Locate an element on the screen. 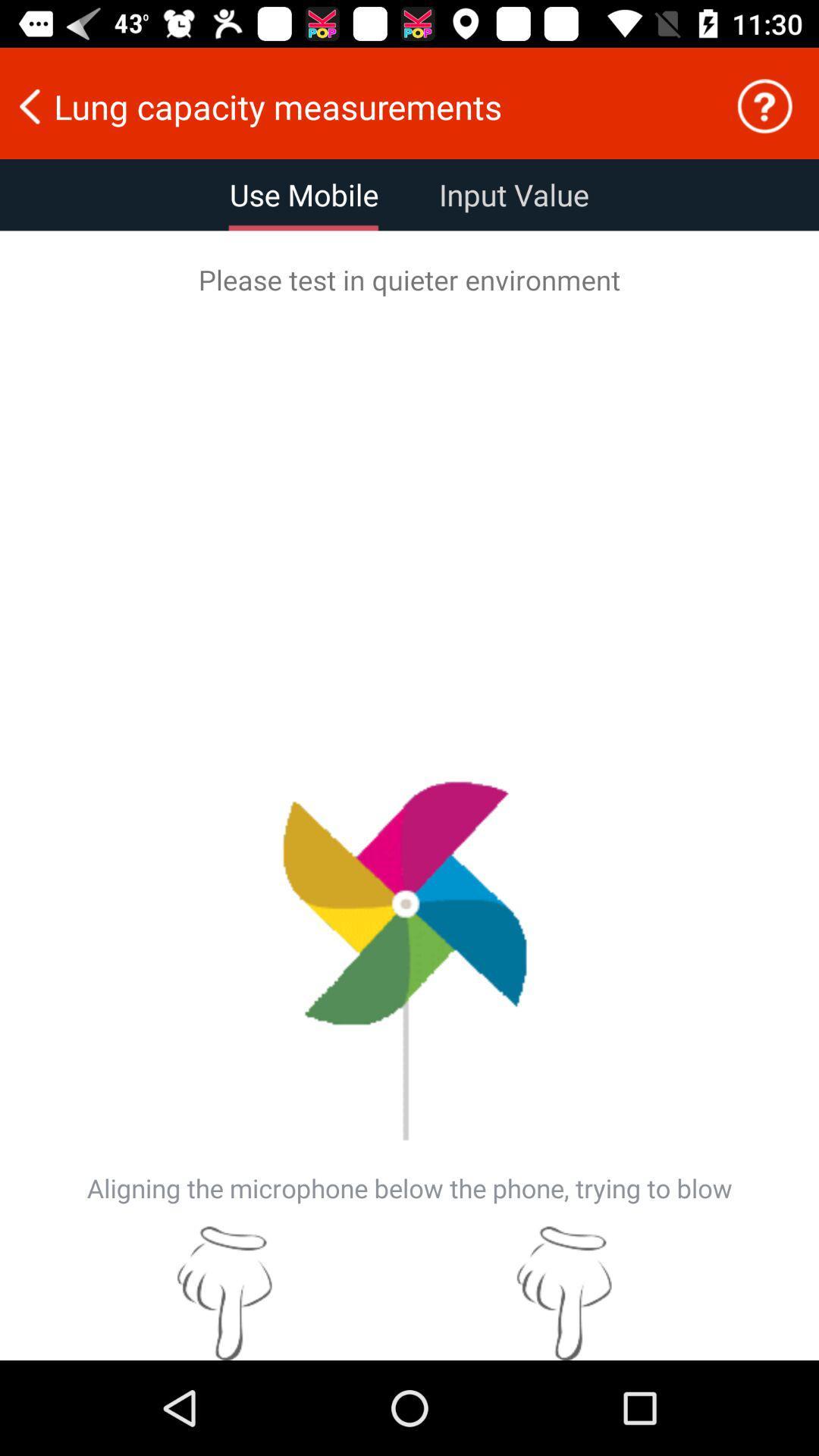 This screenshot has width=819, height=1456. the icon next to use mobile item is located at coordinates (513, 194).